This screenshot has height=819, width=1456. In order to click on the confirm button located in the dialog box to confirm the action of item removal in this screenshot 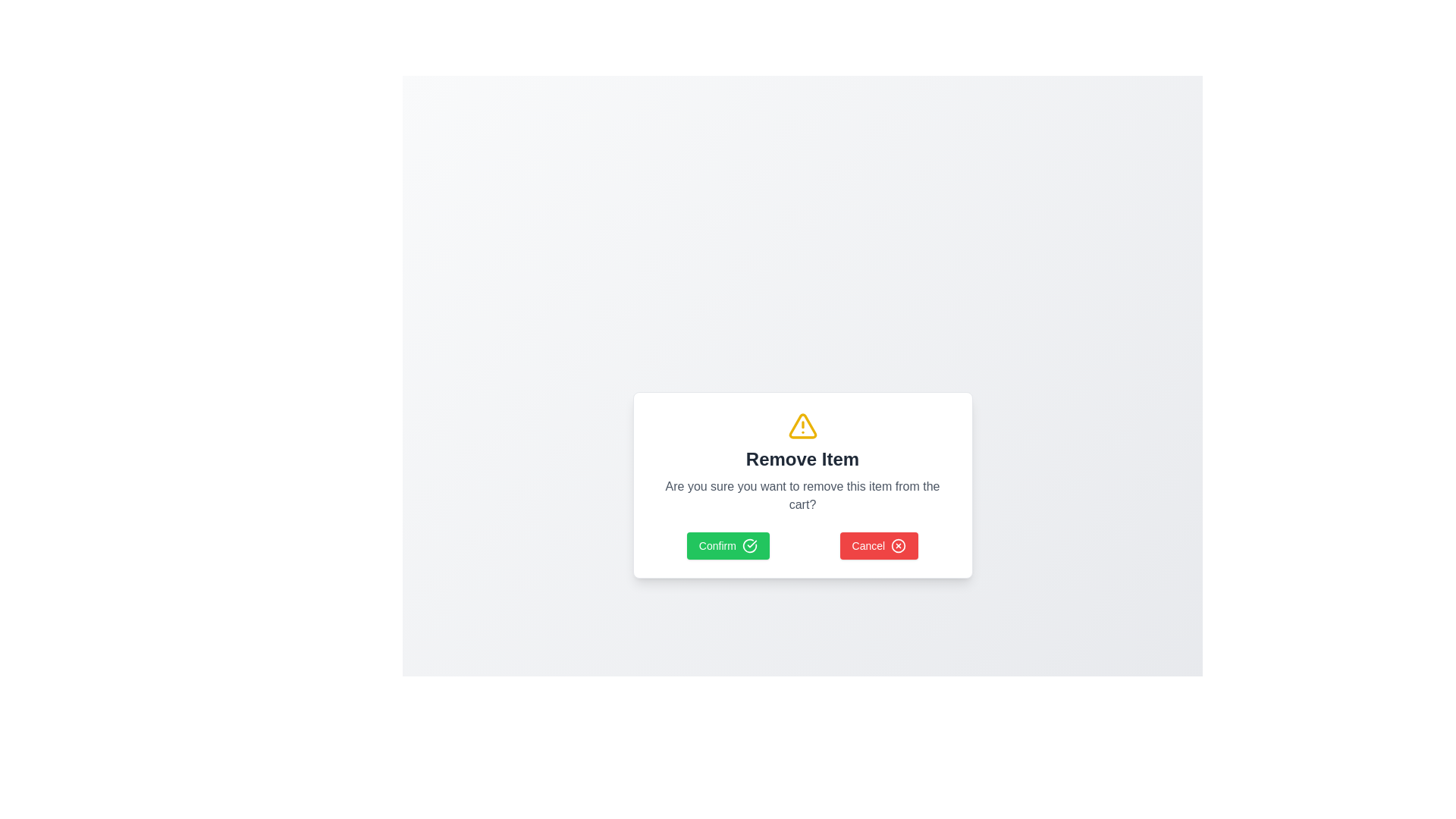, I will do `click(728, 546)`.